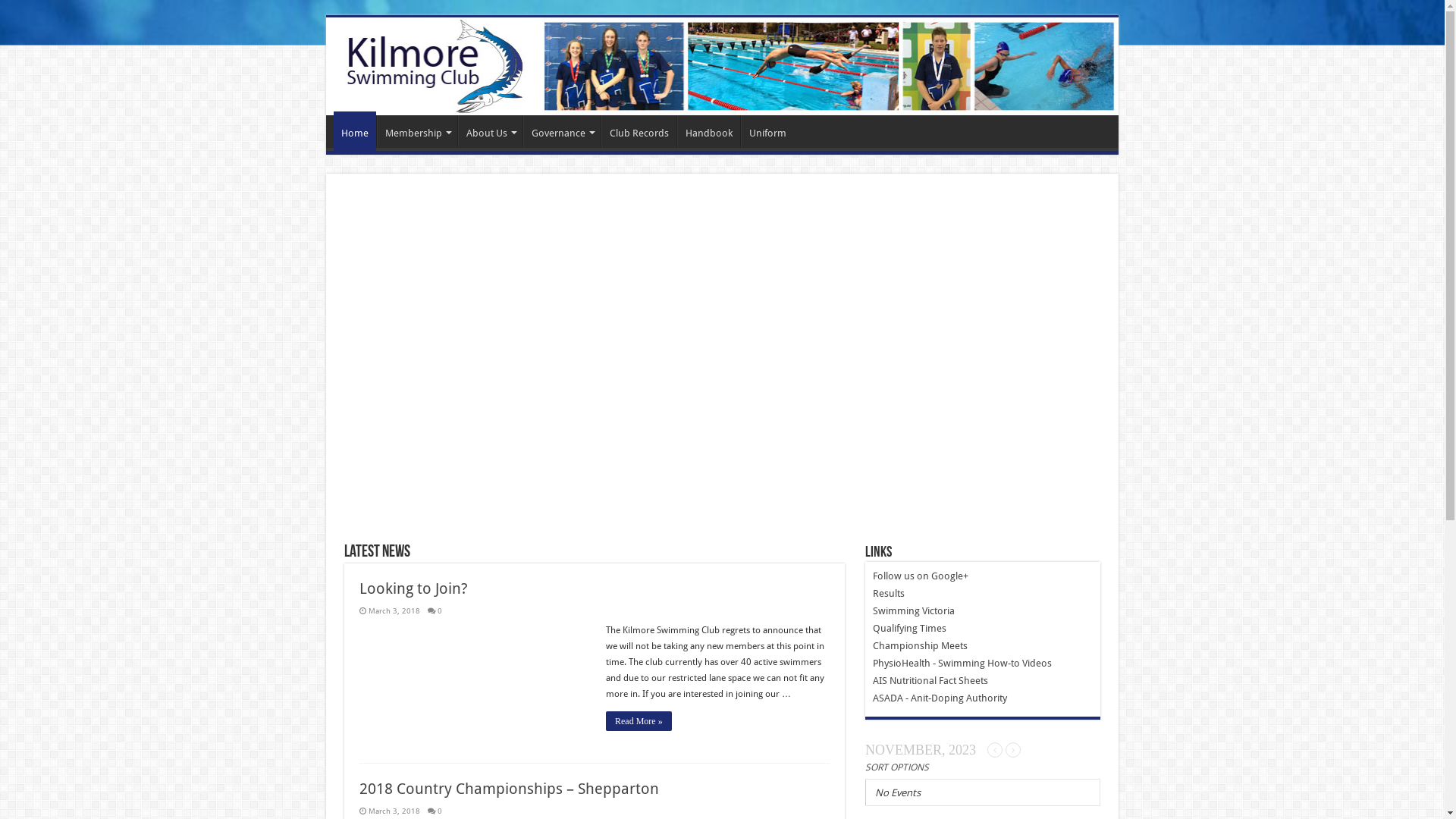 The image size is (1456, 819). What do you see at coordinates (708, 130) in the screenshot?
I see `'Handbook'` at bounding box center [708, 130].